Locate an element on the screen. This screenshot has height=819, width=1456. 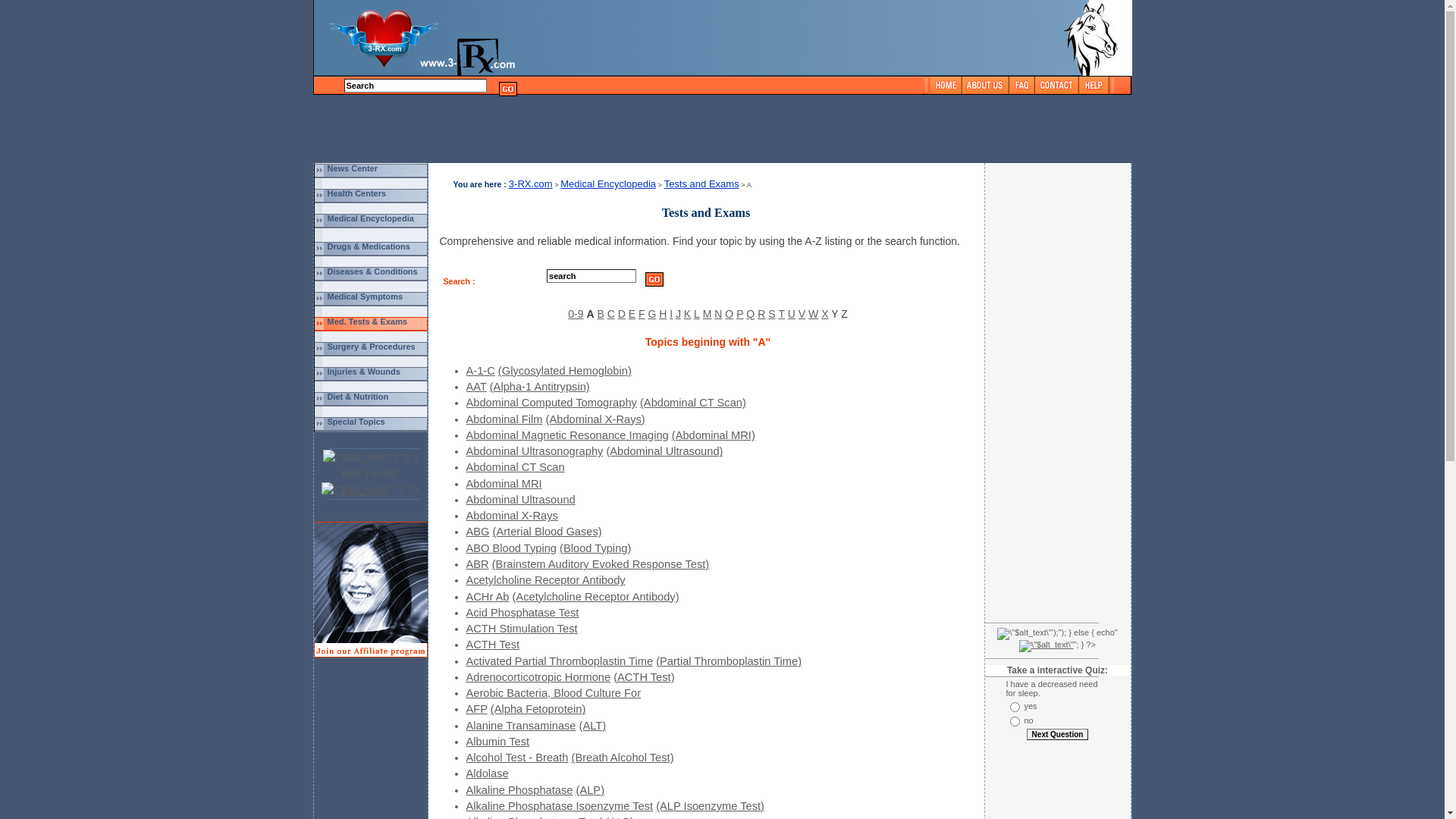
'Drugs & Medications' is located at coordinates (369, 245).